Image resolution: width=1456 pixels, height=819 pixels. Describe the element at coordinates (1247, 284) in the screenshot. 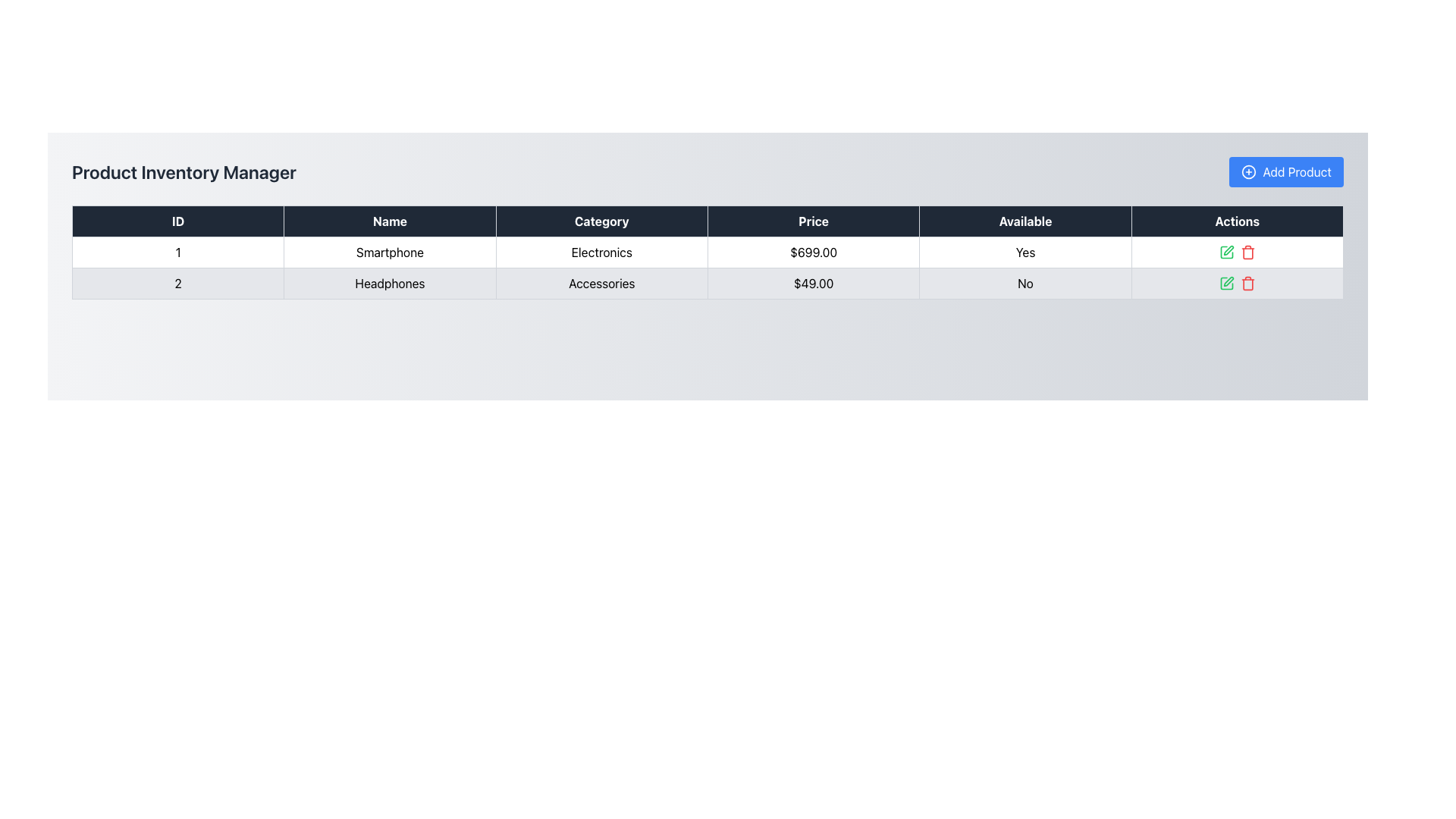

I see `the delete button in the 'Actions' column of the second row in the data table to initiate a deletion action` at that location.